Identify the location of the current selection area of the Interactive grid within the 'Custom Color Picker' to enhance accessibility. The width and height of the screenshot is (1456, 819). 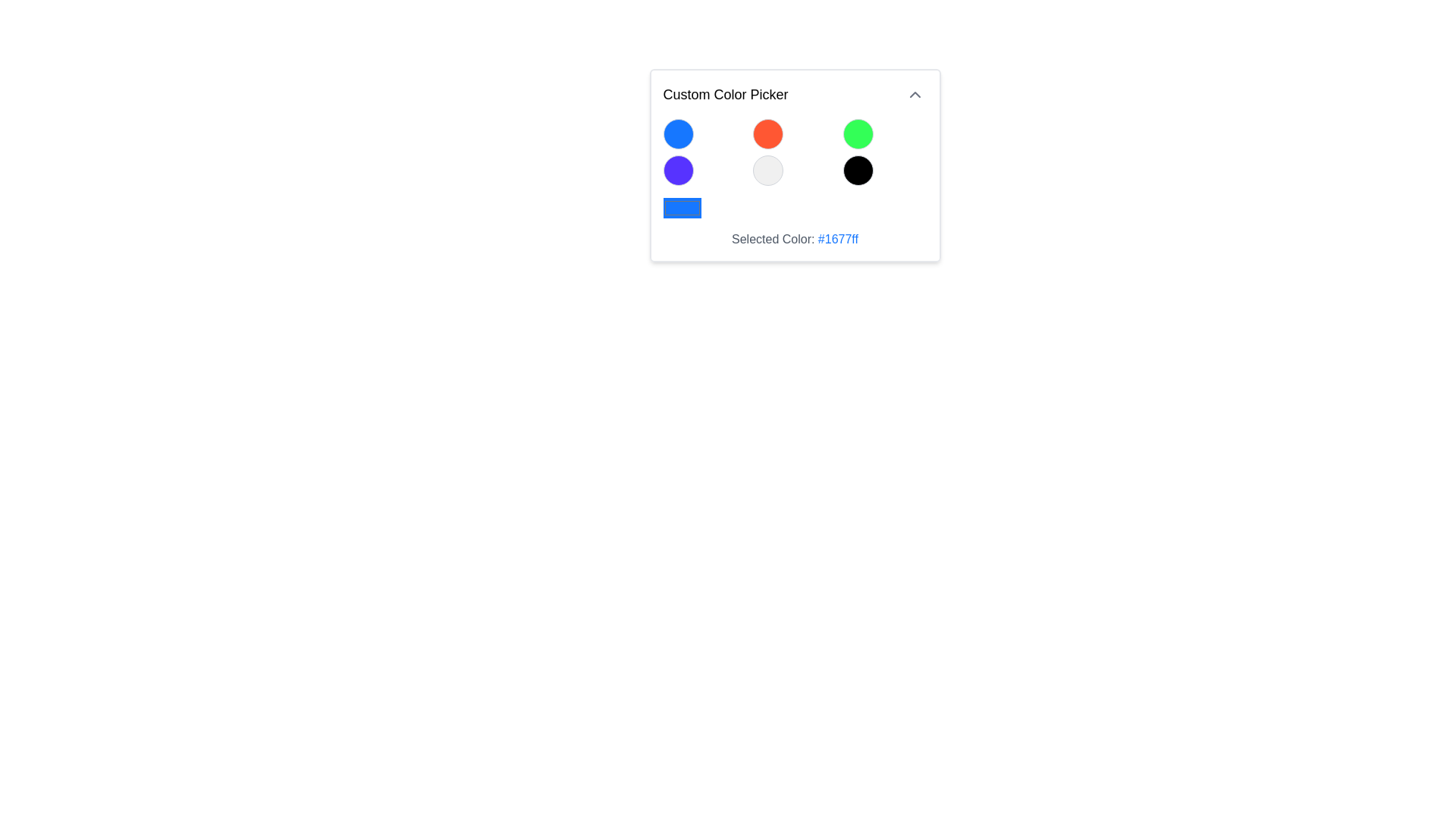
(794, 183).